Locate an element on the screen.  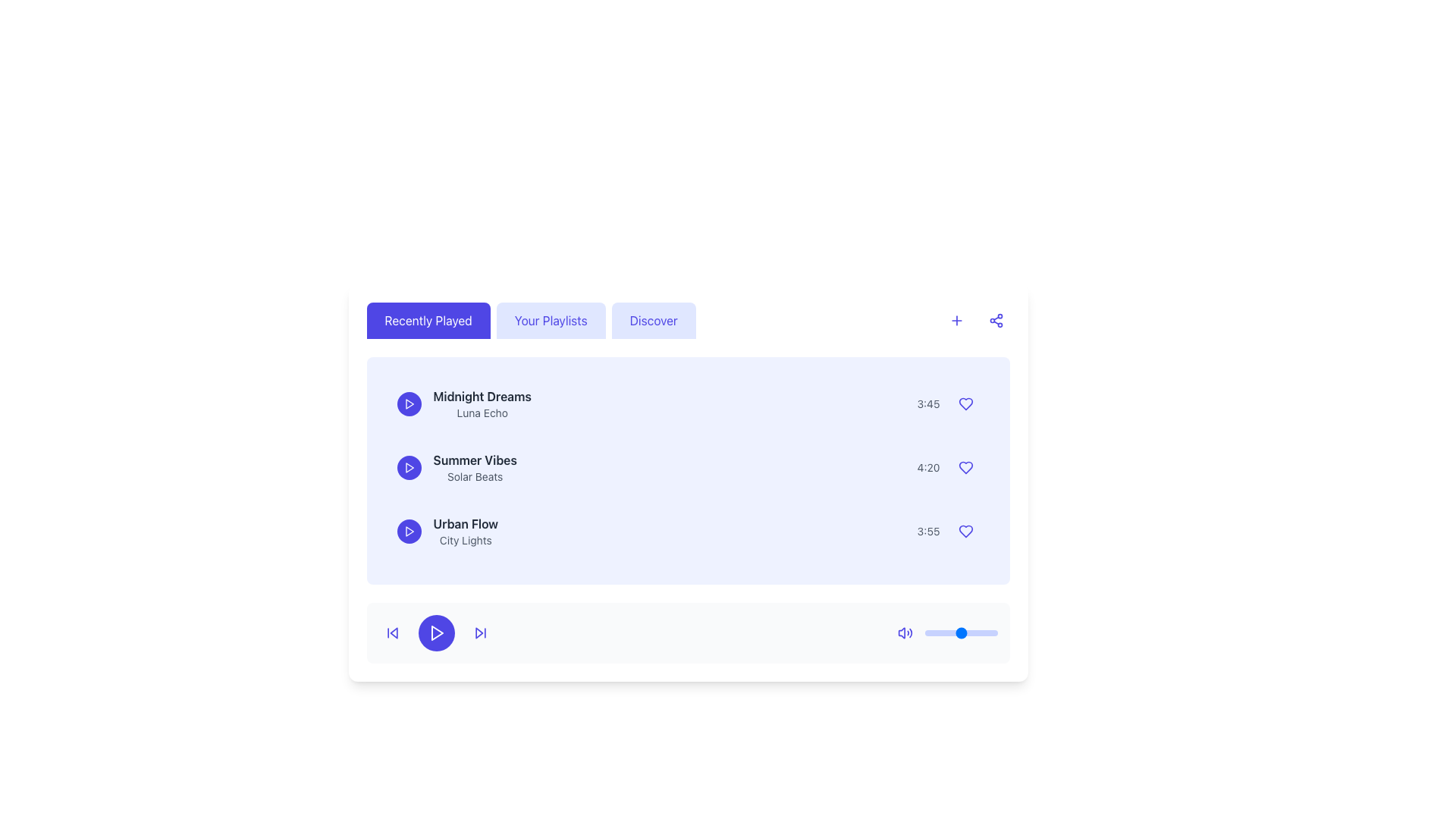
the 'Discover' button, which is the third element in the horizontal navigation bar aligned at the rightmost position is located at coordinates (654, 320).